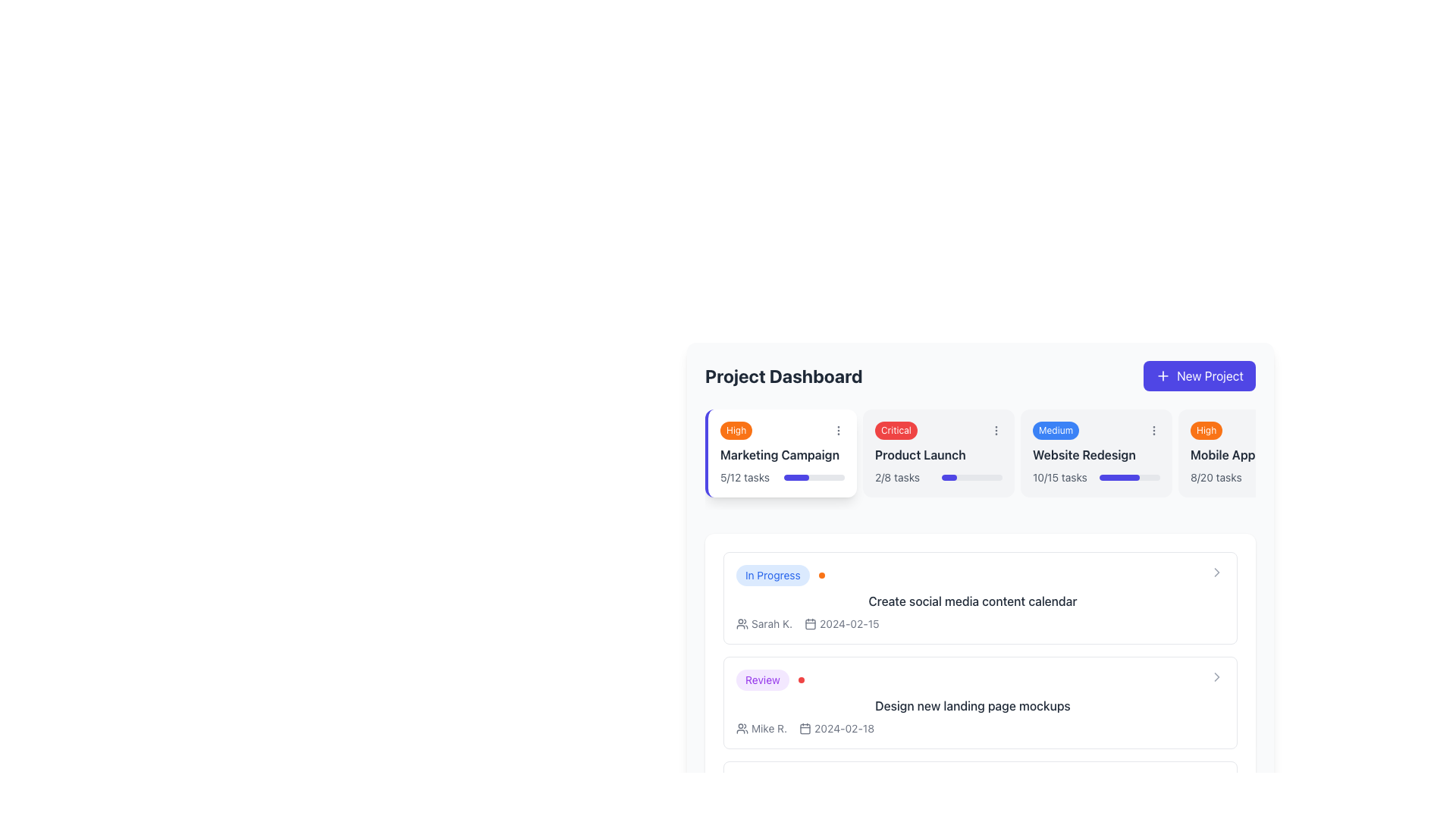 The width and height of the screenshot is (1456, 819). Describe the element at coordinates (938, 454) in the screenshot. I see `text label that indicates the task as 'Product Launch', which is located in the middle of the second task card below the 'Critical' badge` at that location.